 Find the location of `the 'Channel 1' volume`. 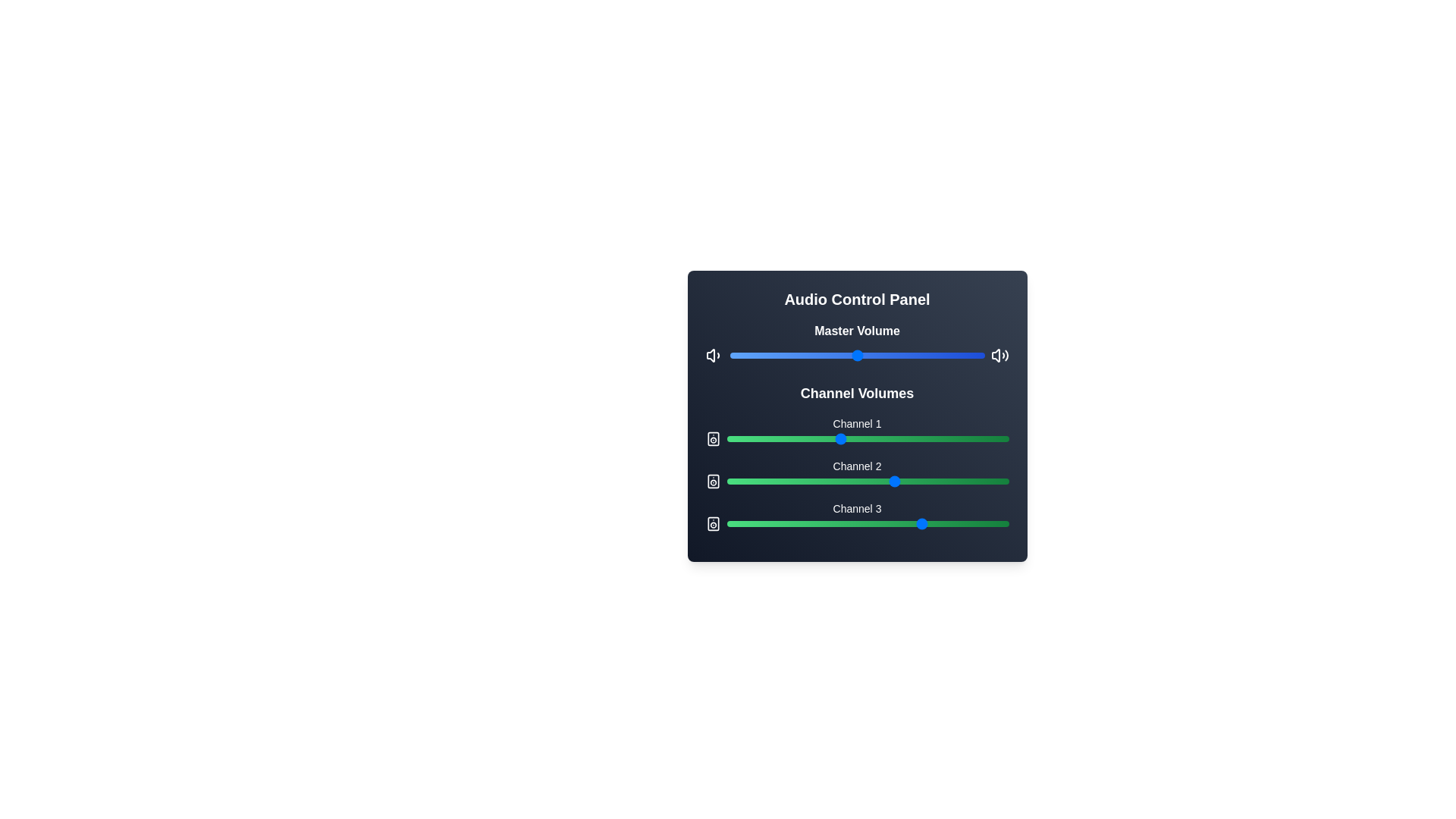

the 'Channel 1' volume is located at coordinates (752, 438).